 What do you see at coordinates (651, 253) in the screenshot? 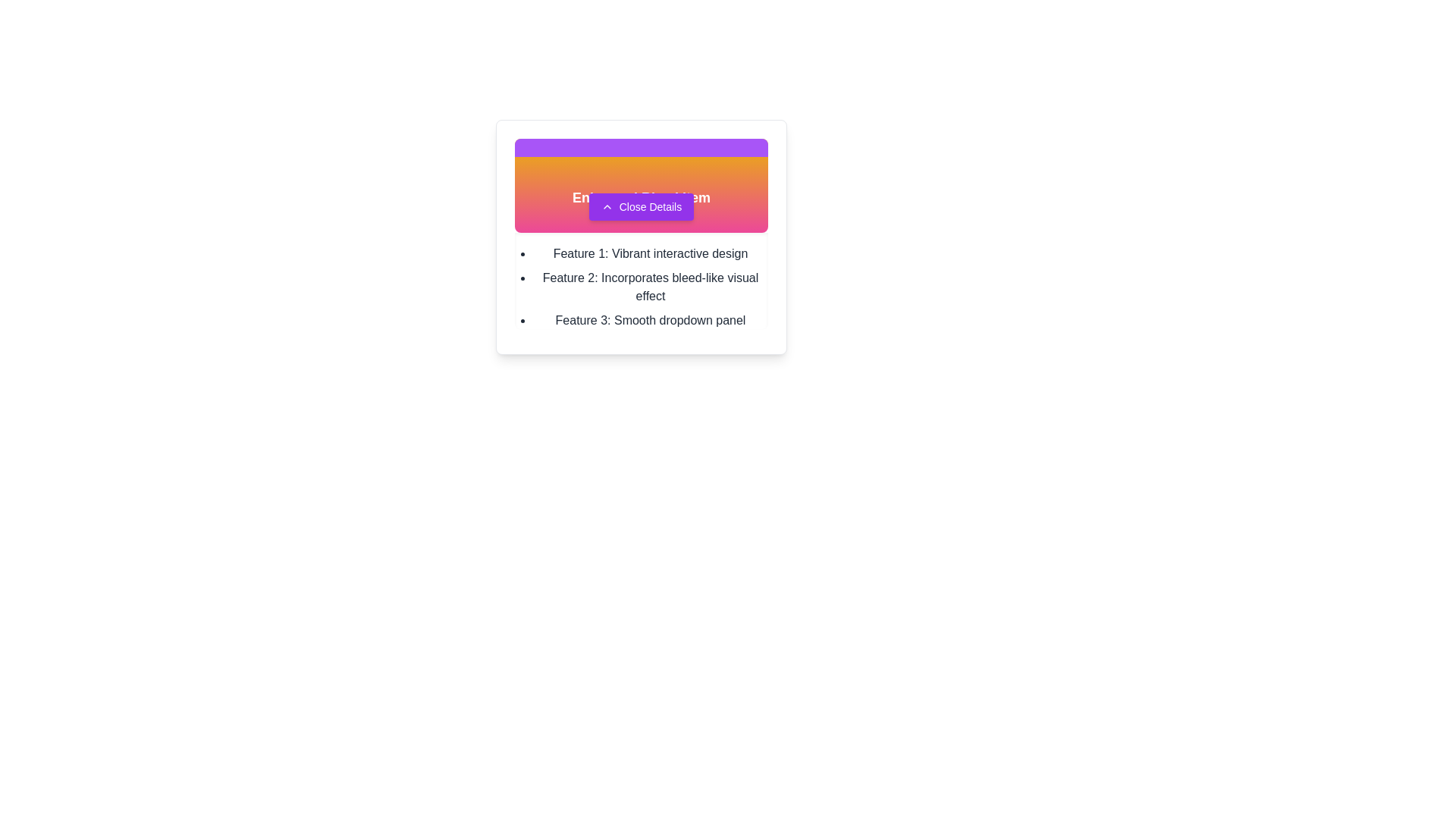
I see `the text fragment that reads 'Feature 1: Vibrant interactive design', which is the first item in a bulleted list` at bounding box center [651, 253].